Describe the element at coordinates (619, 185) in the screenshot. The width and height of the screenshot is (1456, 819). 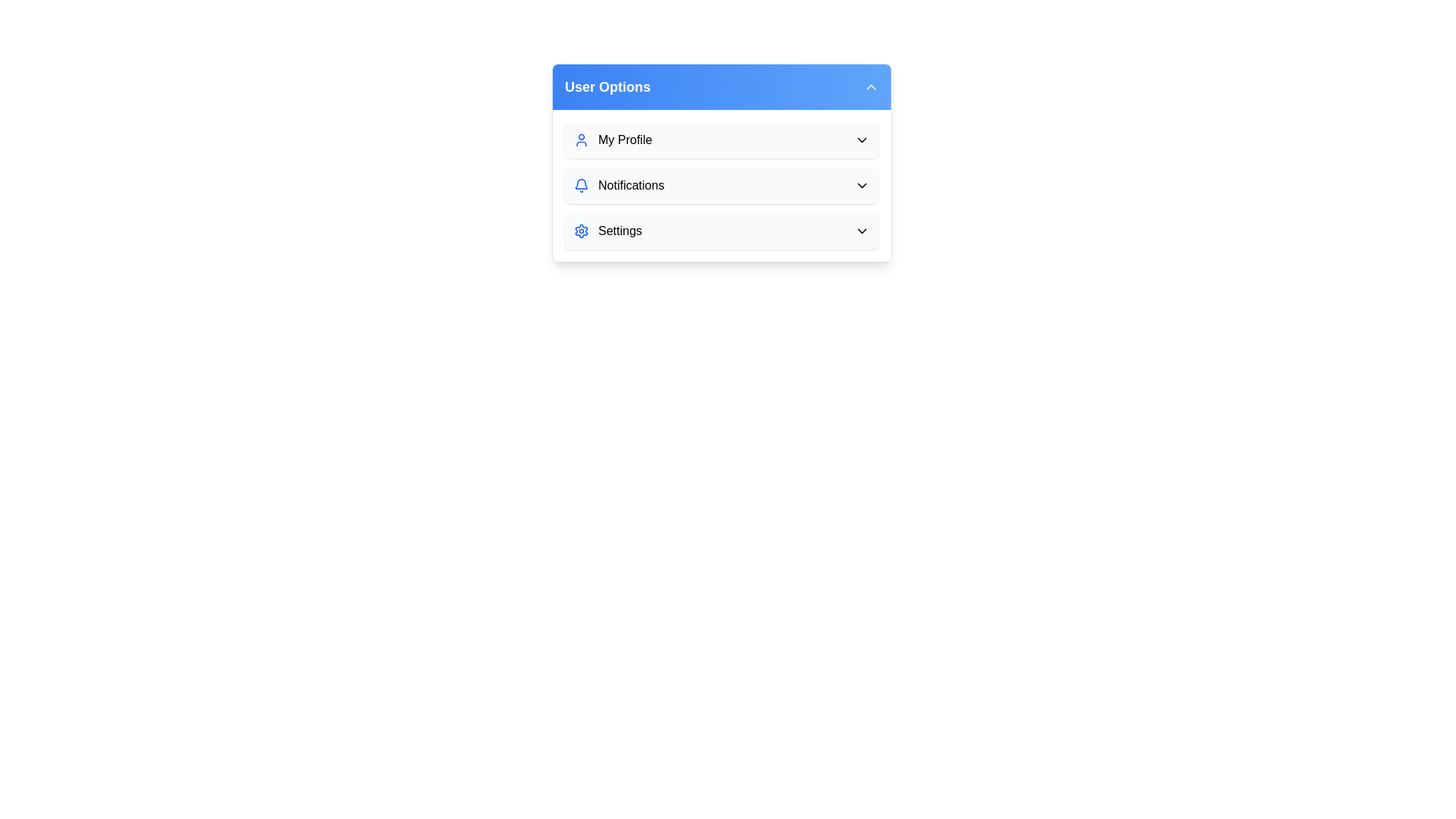
I see `the 'Notifications' menu item, which features a blue bell icon and is the second option in the 'User Options' card, located below 'My Profile' and above 'Settings'` at that location.